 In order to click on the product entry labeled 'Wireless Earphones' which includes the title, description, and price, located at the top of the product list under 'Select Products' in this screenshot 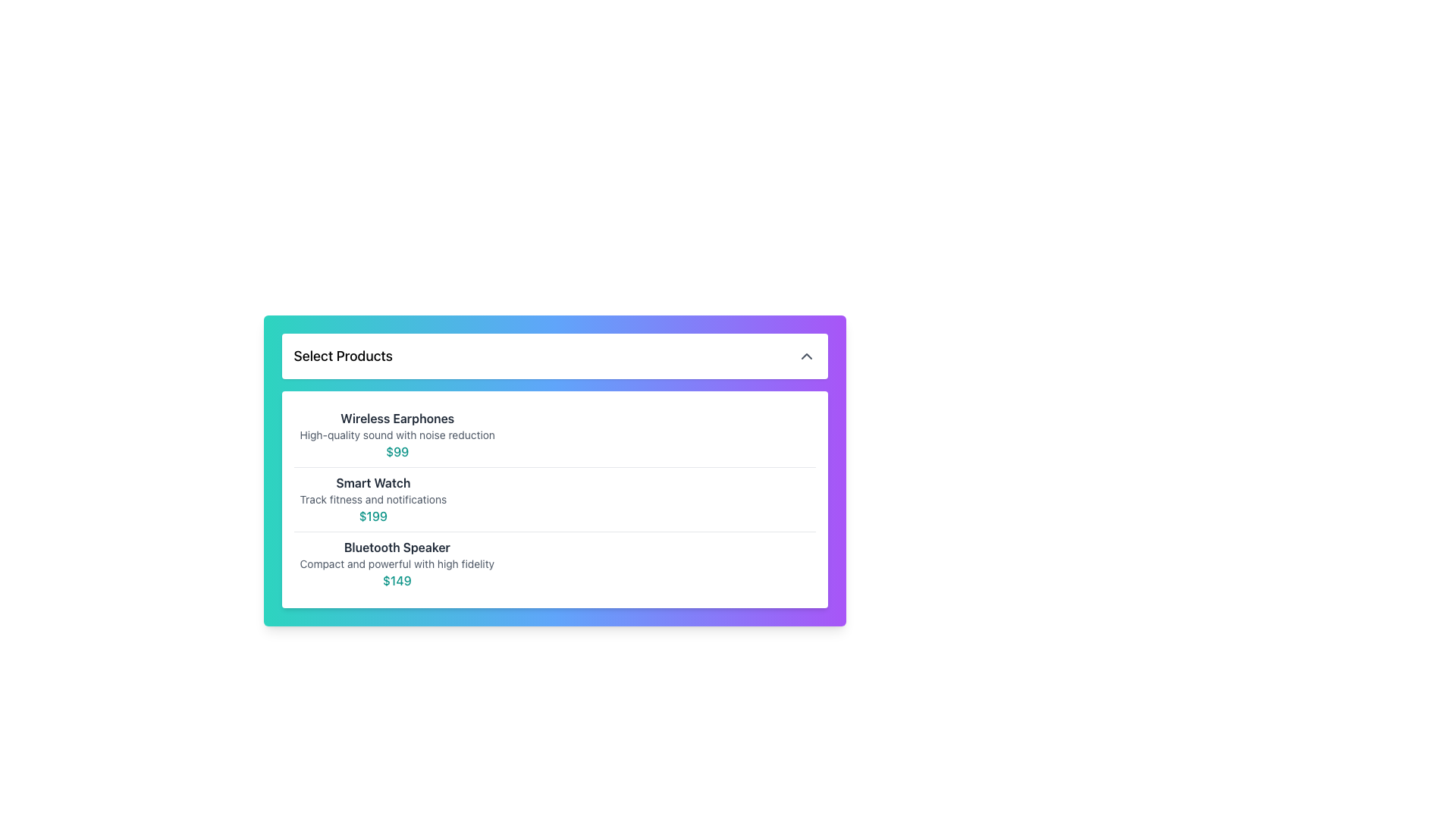, I will do `click(554, 435)`.